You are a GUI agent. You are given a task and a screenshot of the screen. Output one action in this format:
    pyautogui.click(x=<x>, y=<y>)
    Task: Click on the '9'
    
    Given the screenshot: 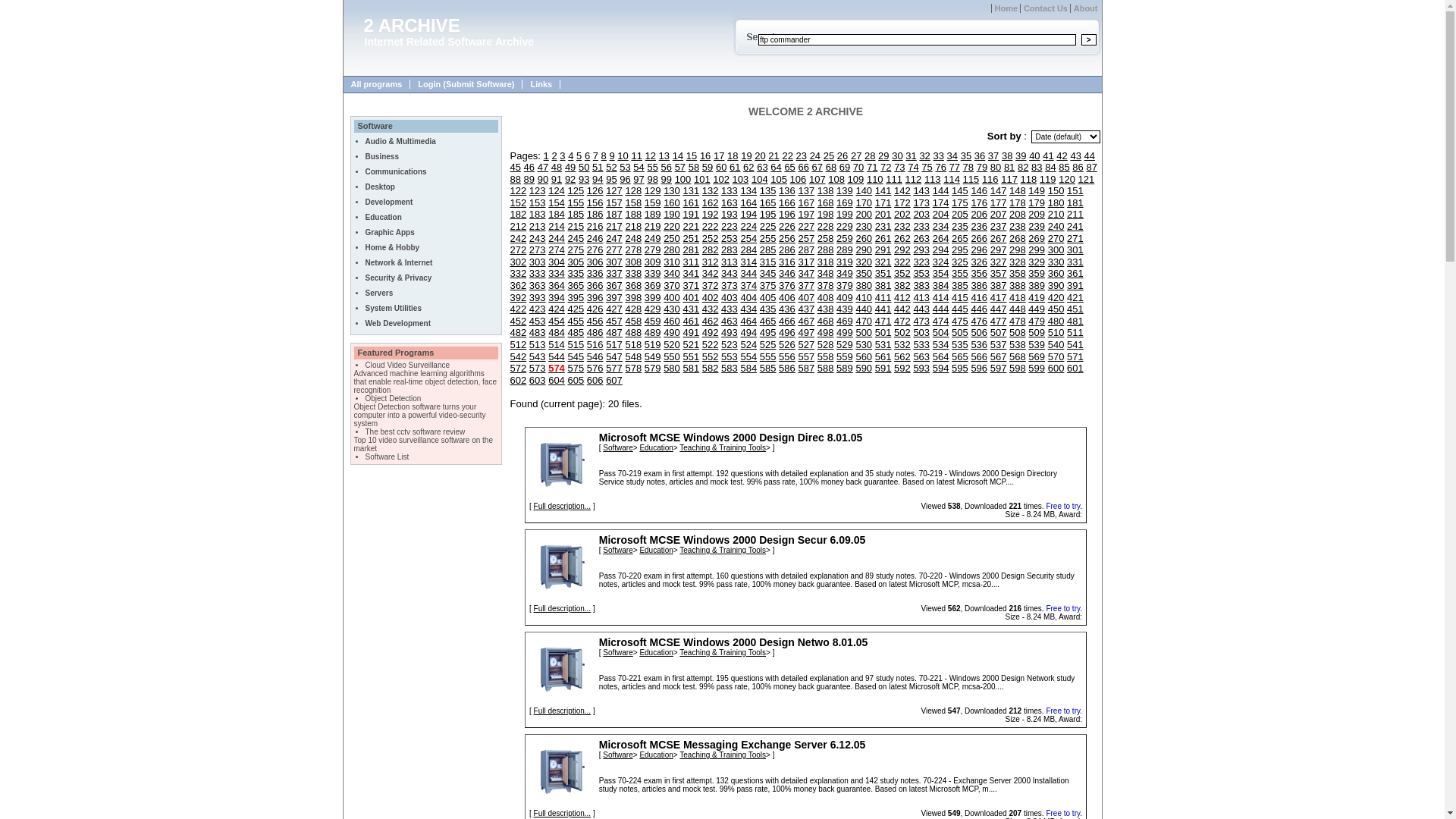 What is the action you would take?
    pyautogui.click(x=611, y=155)
    